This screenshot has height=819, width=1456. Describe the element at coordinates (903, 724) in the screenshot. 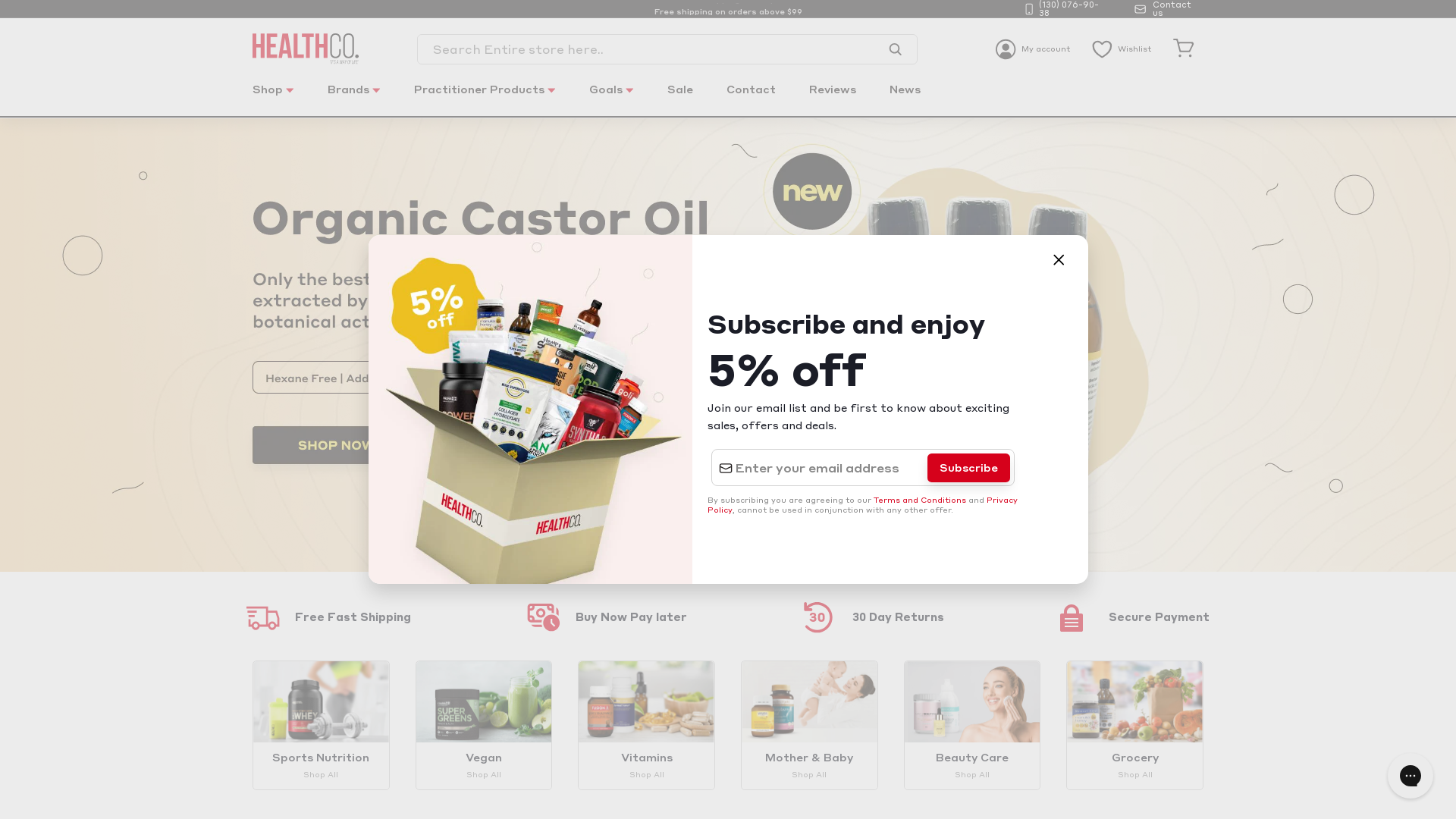

I see `'Beauty Care` at that location.